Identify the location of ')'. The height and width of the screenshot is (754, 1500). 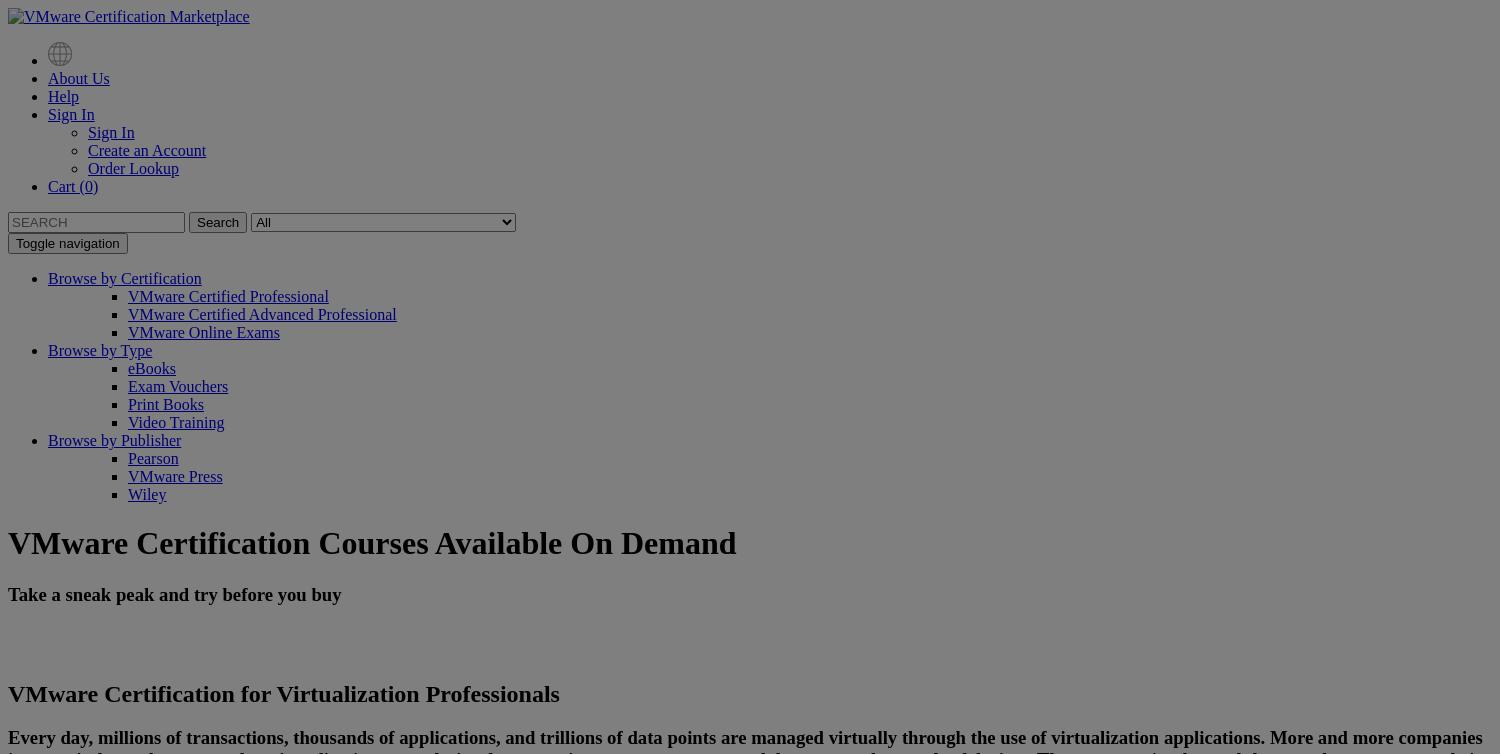
(90, 186).